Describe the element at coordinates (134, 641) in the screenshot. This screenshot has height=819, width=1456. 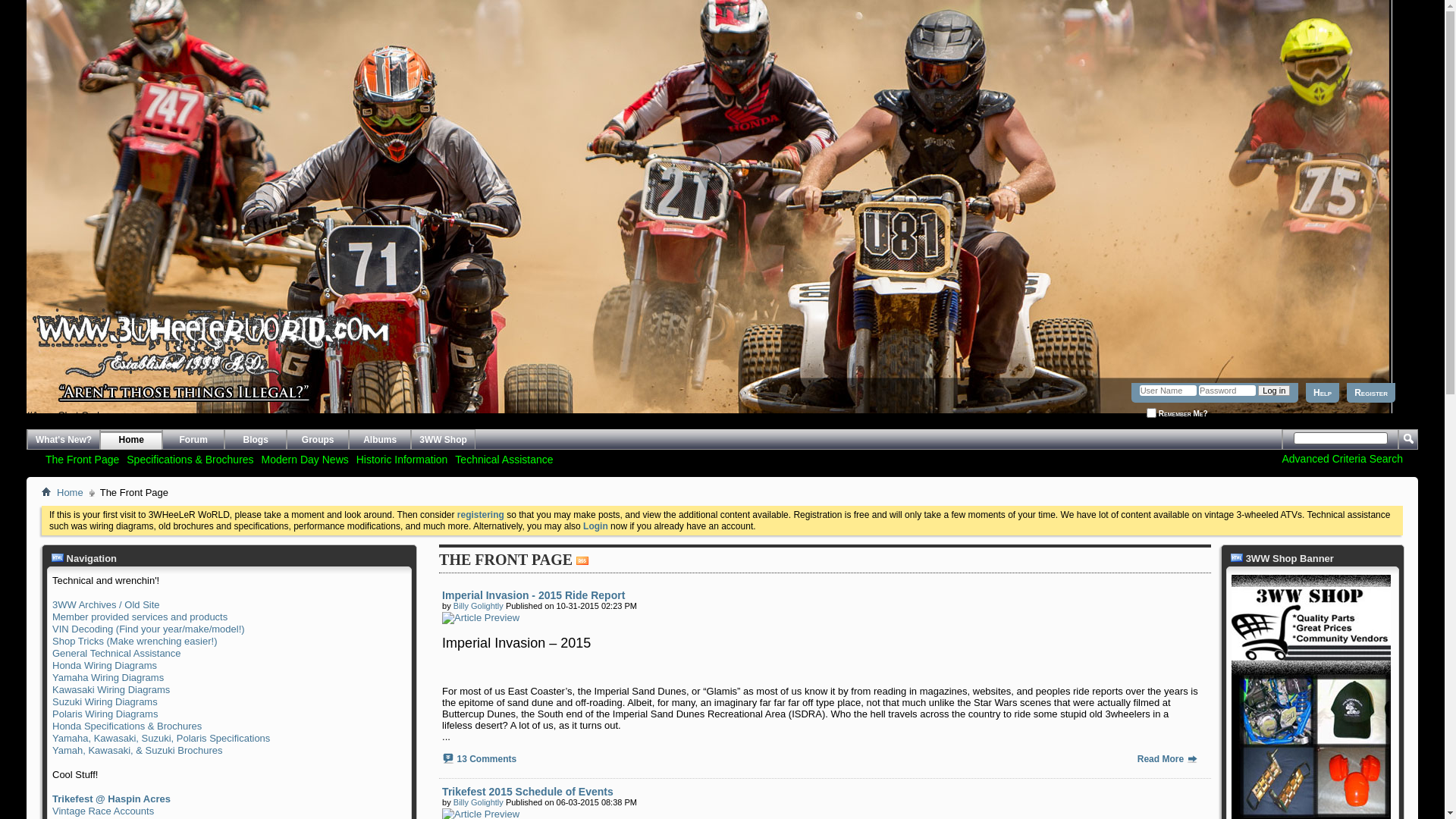
I see `'Shop Tricks (Make wrenching easier!)'` at that location.